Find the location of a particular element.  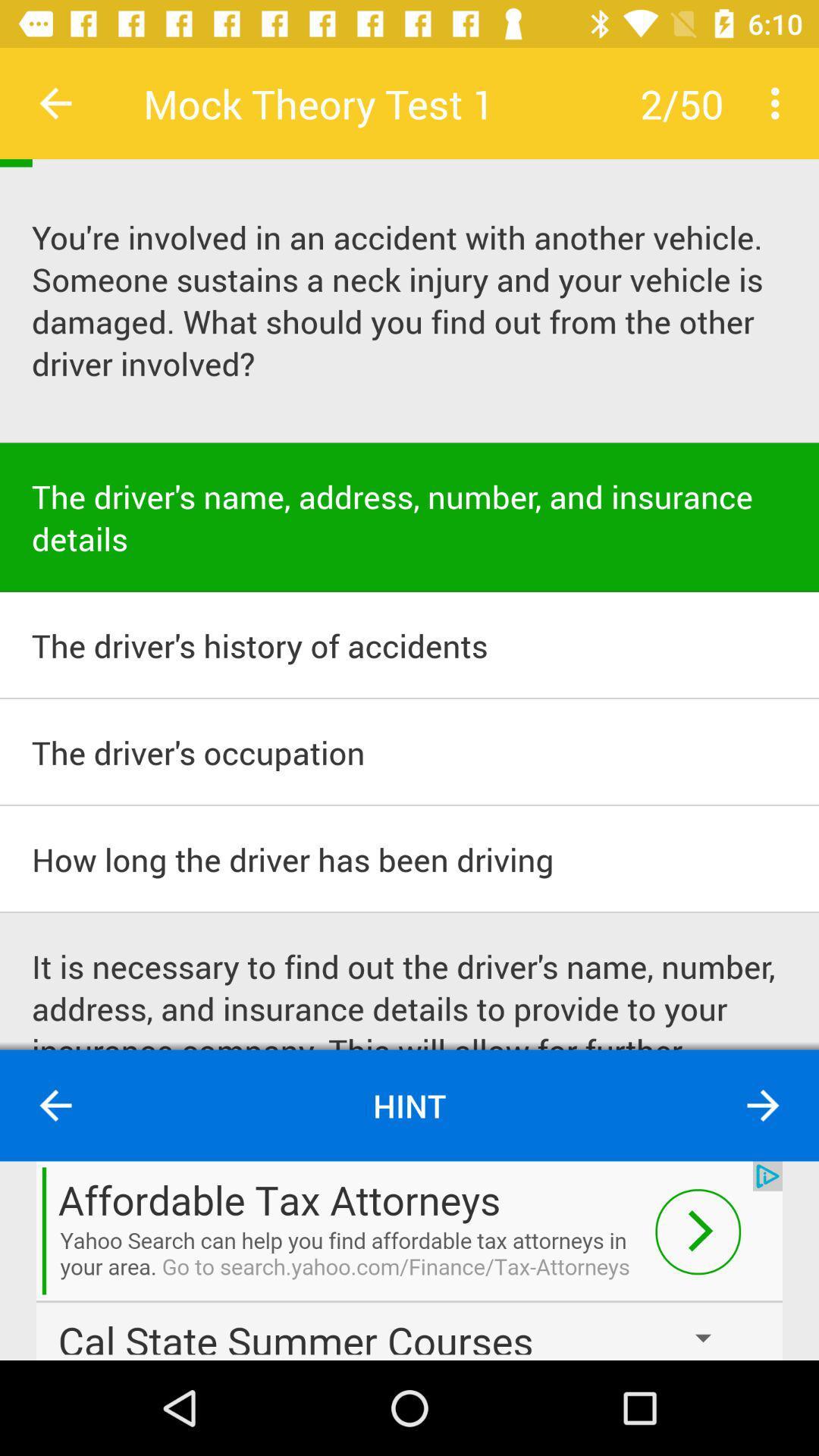

go back is located at coordinates (55, 1106).